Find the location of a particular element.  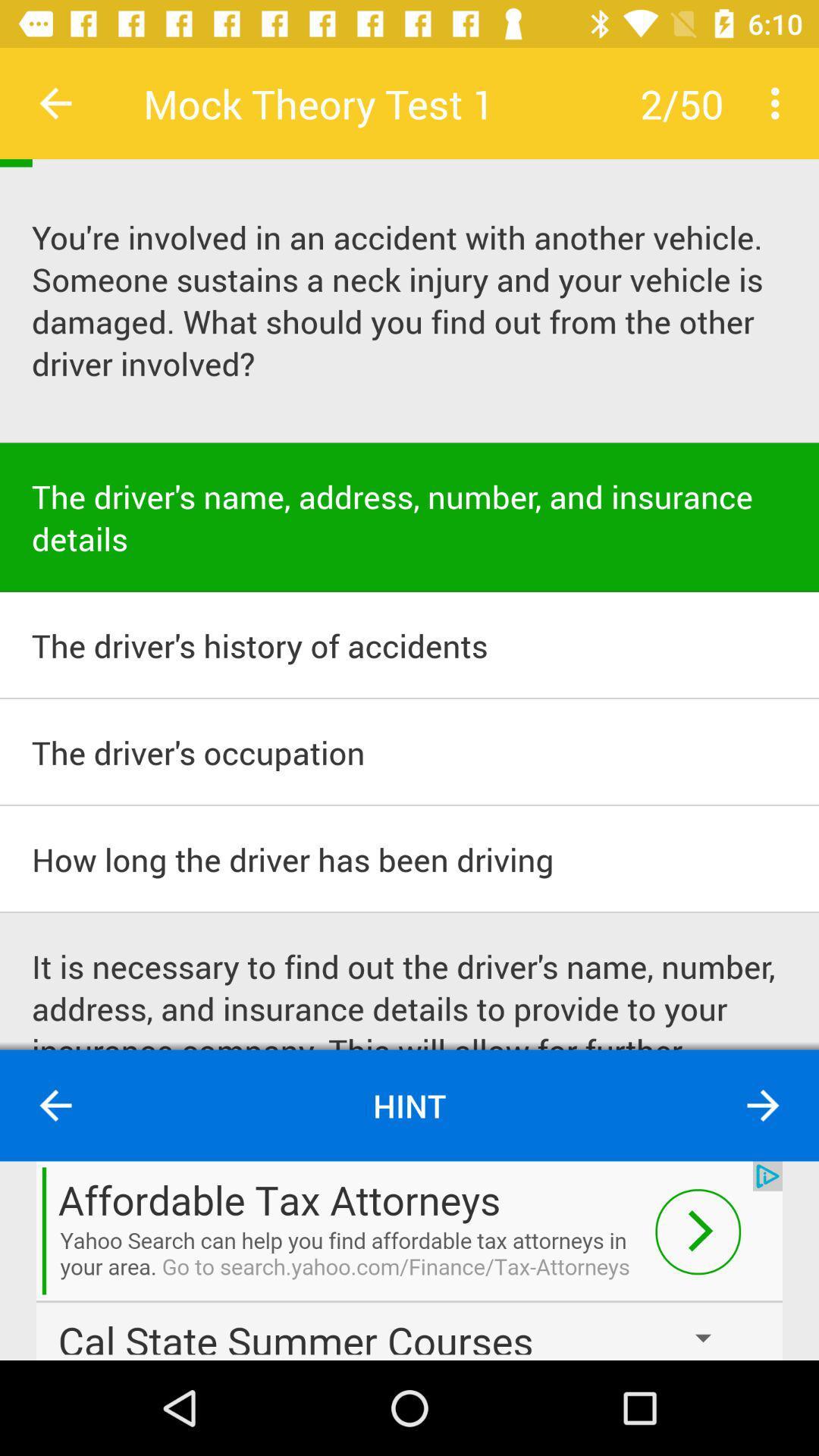

go back is located at coordinates (55, 1106).